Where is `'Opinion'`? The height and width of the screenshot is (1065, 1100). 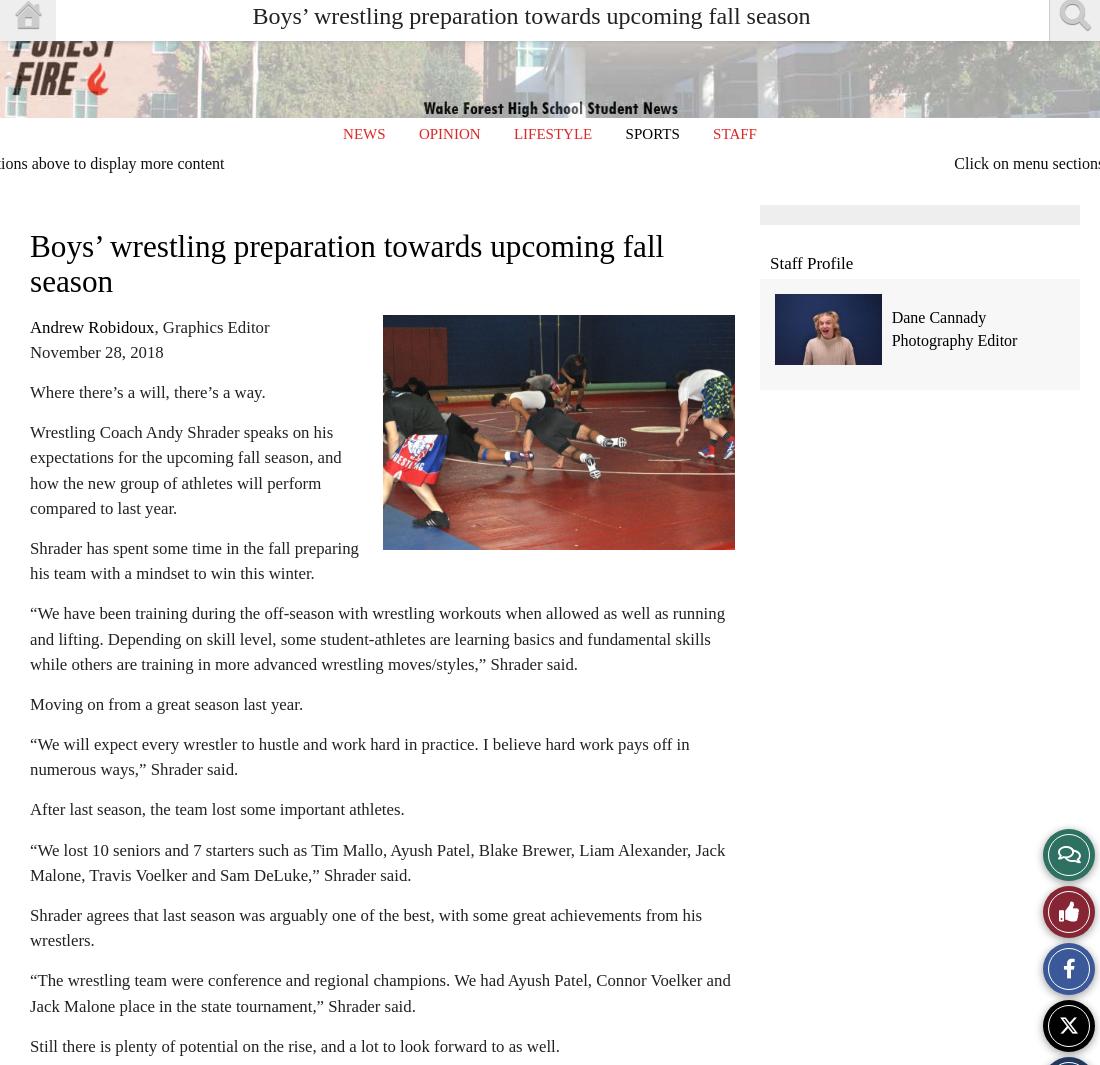
'Opinion' is located at coordinates (448, 132).